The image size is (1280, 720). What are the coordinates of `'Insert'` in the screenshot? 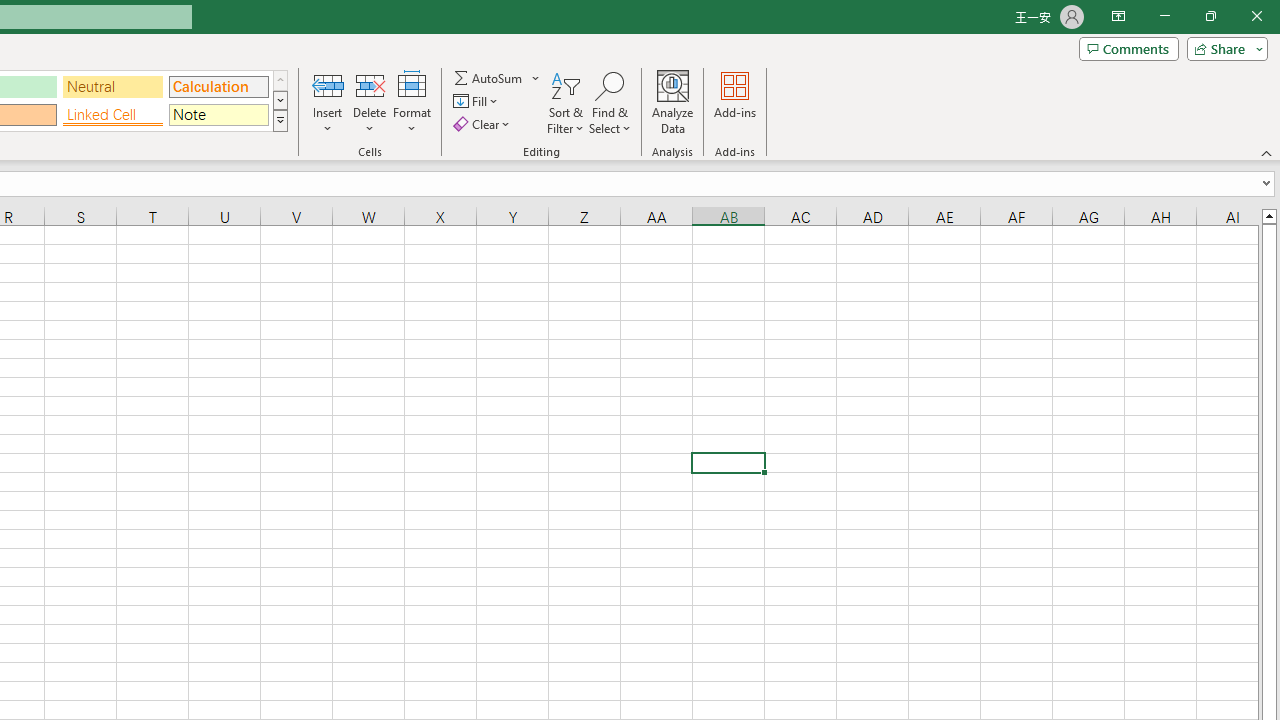 It's located at (328, 103).